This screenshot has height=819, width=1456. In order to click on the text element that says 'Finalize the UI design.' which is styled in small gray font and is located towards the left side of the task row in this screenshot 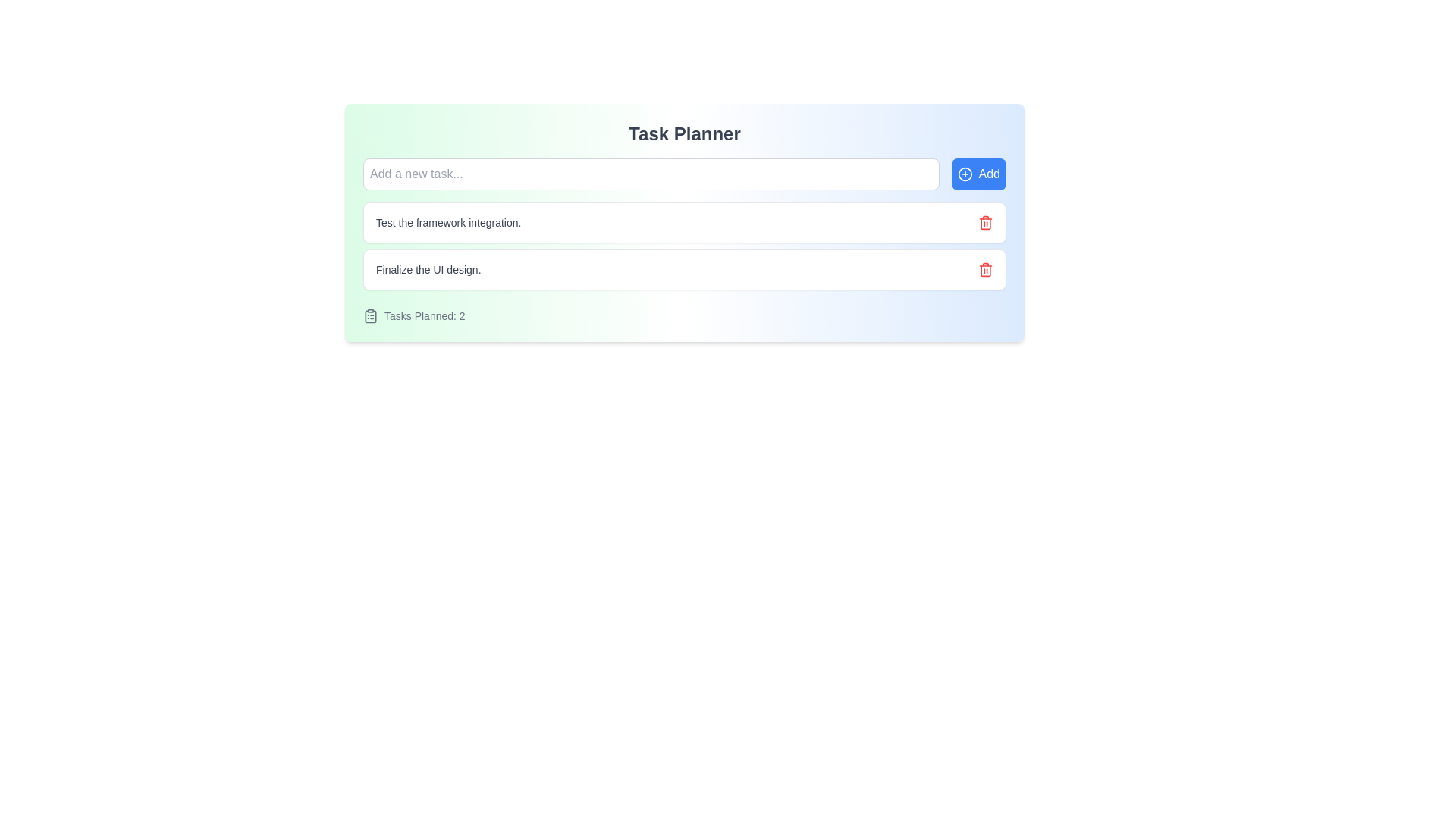, I will do `click(428, 268)`.